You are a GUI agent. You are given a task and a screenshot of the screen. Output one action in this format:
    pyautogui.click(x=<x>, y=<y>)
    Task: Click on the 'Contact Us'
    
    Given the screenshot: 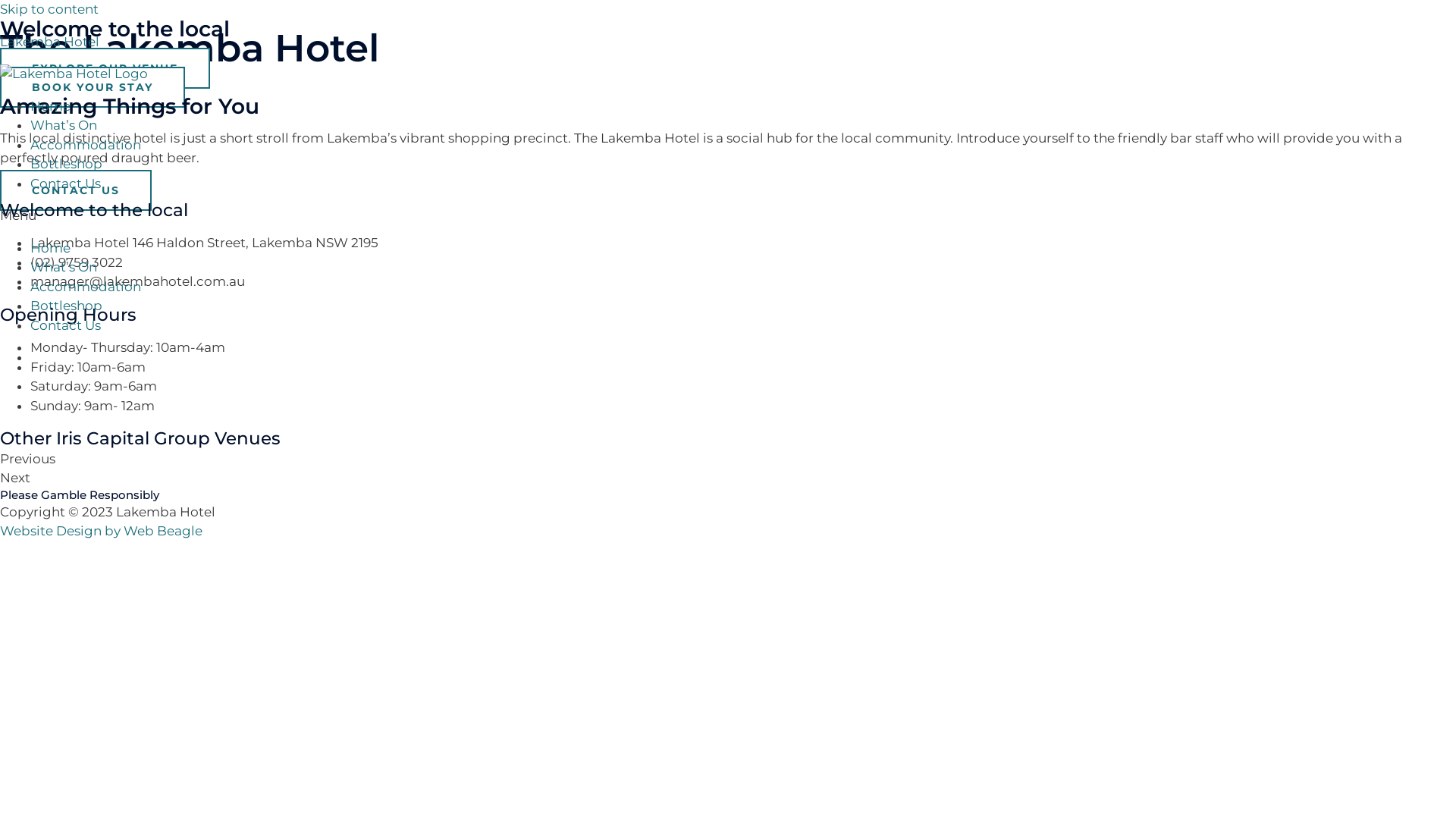 What is the action you would take?
    pyautogui.click(x=64, y=324)
    